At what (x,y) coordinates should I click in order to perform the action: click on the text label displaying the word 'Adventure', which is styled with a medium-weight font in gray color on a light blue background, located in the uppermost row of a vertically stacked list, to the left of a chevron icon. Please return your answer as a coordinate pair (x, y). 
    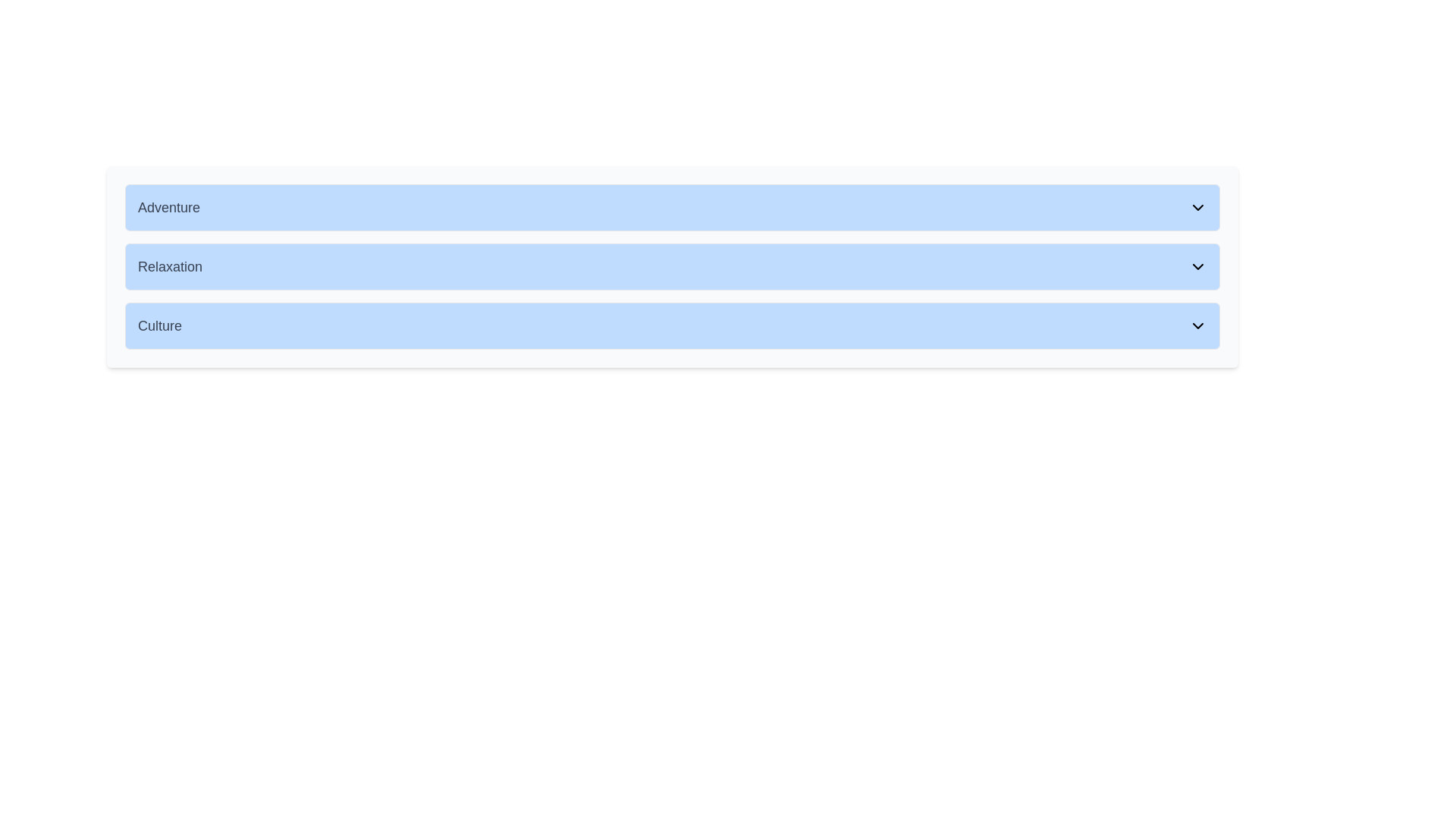
    Looking at the image, I should click on (169, 207).